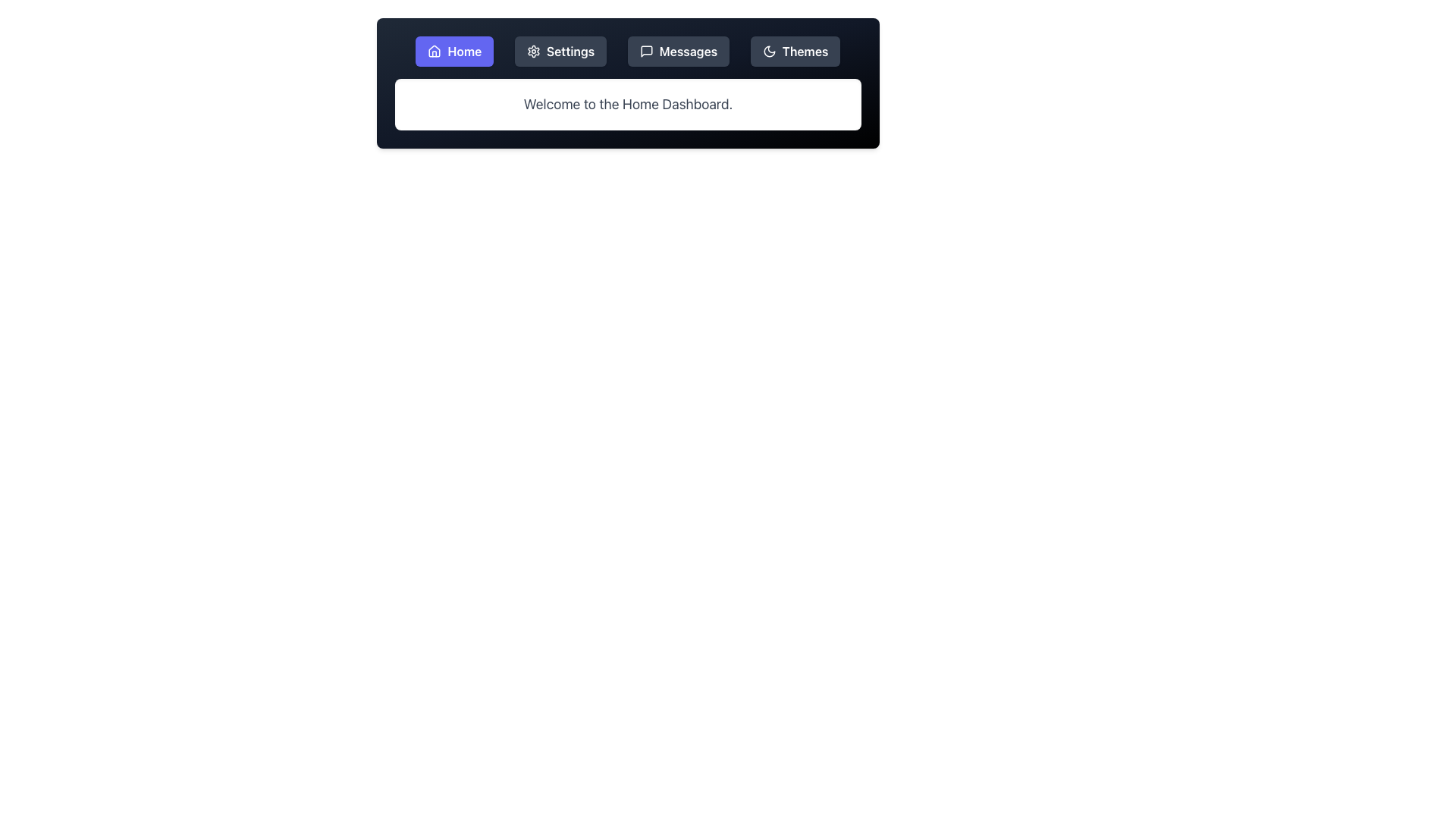 The height and width of the screenshot is (819, 1456). Describe the element at coordinates (769, 51) in the screenshot. I see `the crescent moon icon located to the left of the 'Themes' label in the top-right navigation bar` at that location.